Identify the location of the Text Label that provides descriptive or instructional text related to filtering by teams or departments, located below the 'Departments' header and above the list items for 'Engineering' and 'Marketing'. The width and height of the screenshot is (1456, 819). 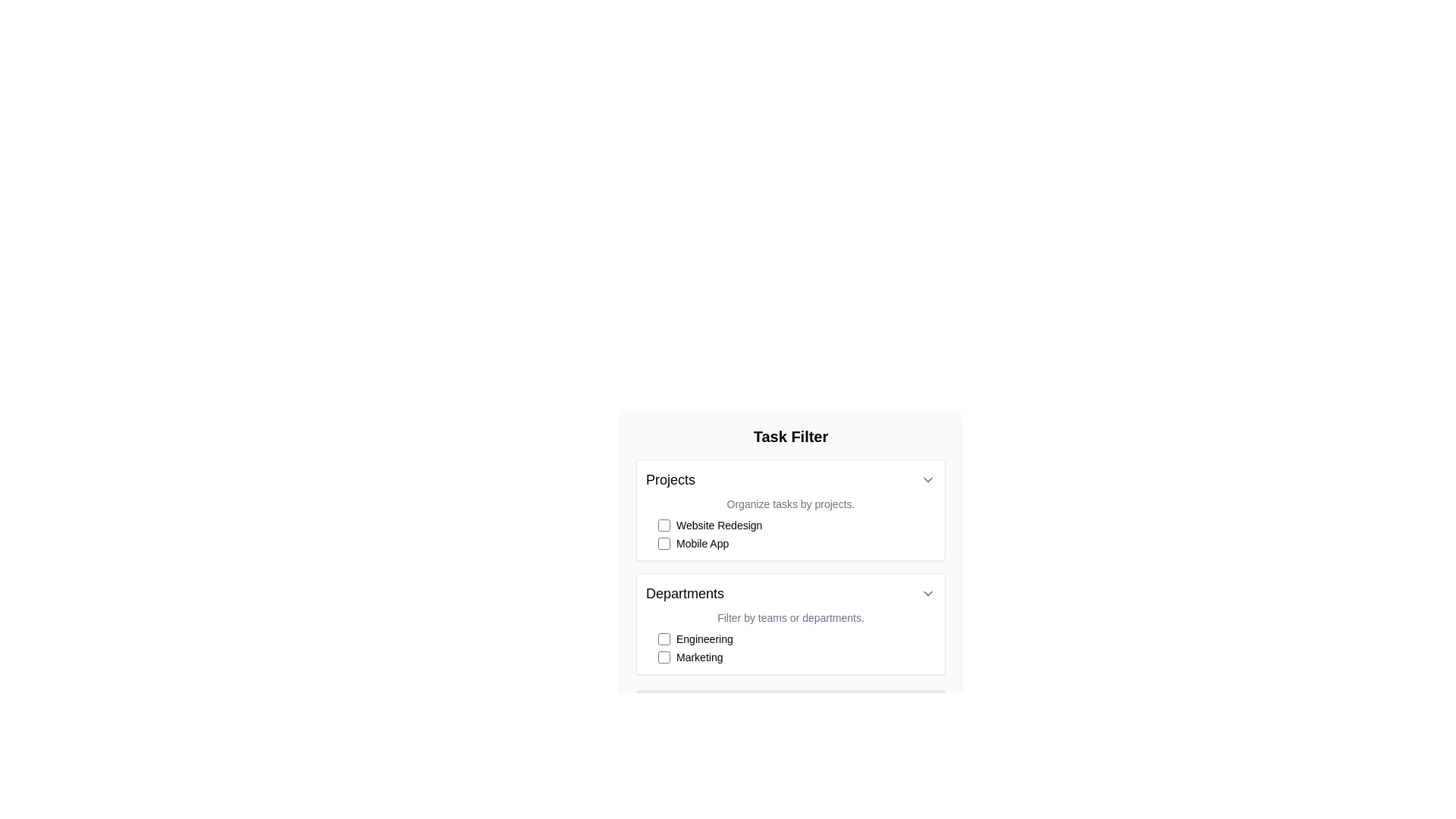
(789, 617).